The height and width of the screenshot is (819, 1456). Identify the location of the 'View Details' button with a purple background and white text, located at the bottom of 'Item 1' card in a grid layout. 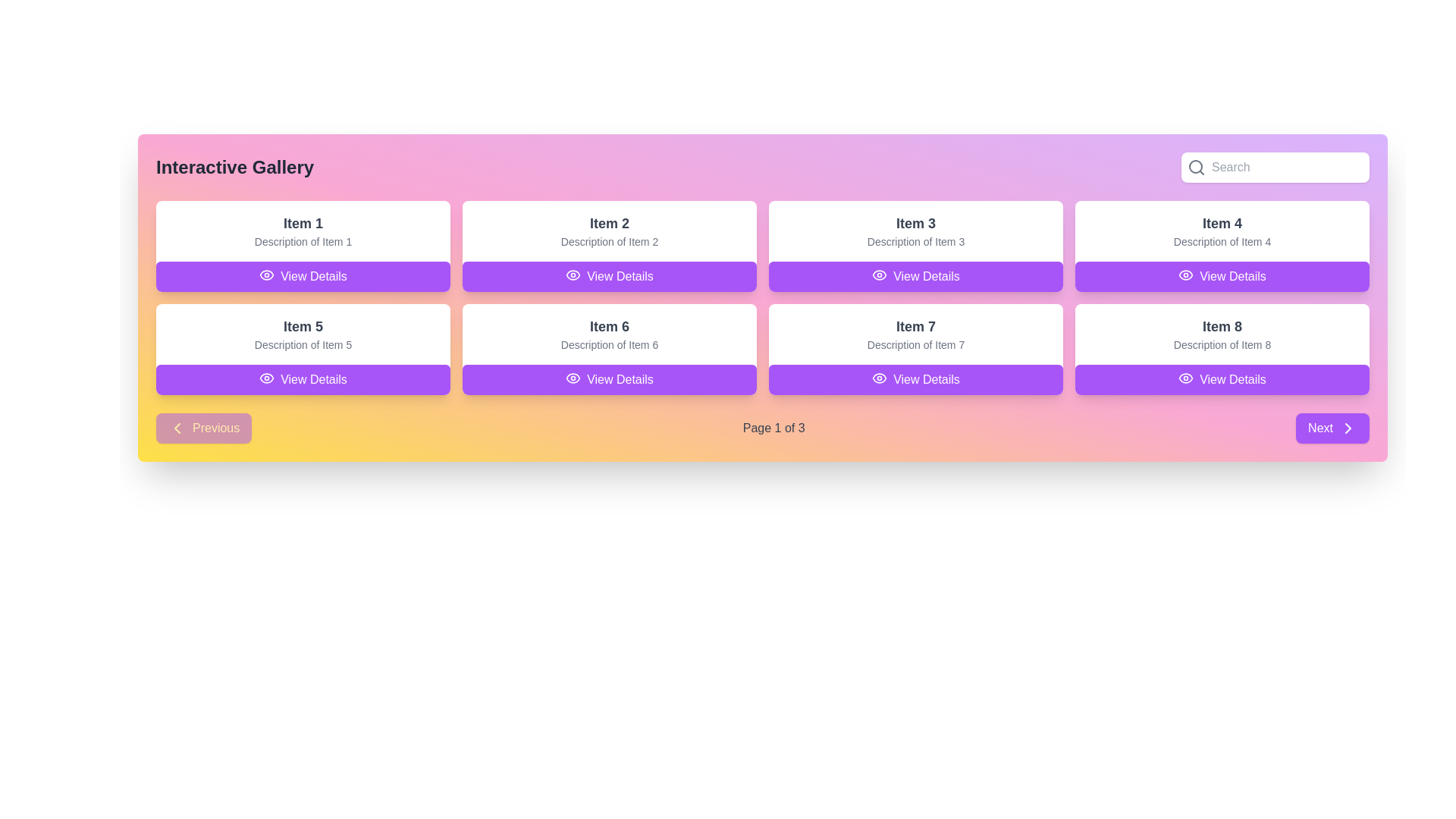
(303, 277).